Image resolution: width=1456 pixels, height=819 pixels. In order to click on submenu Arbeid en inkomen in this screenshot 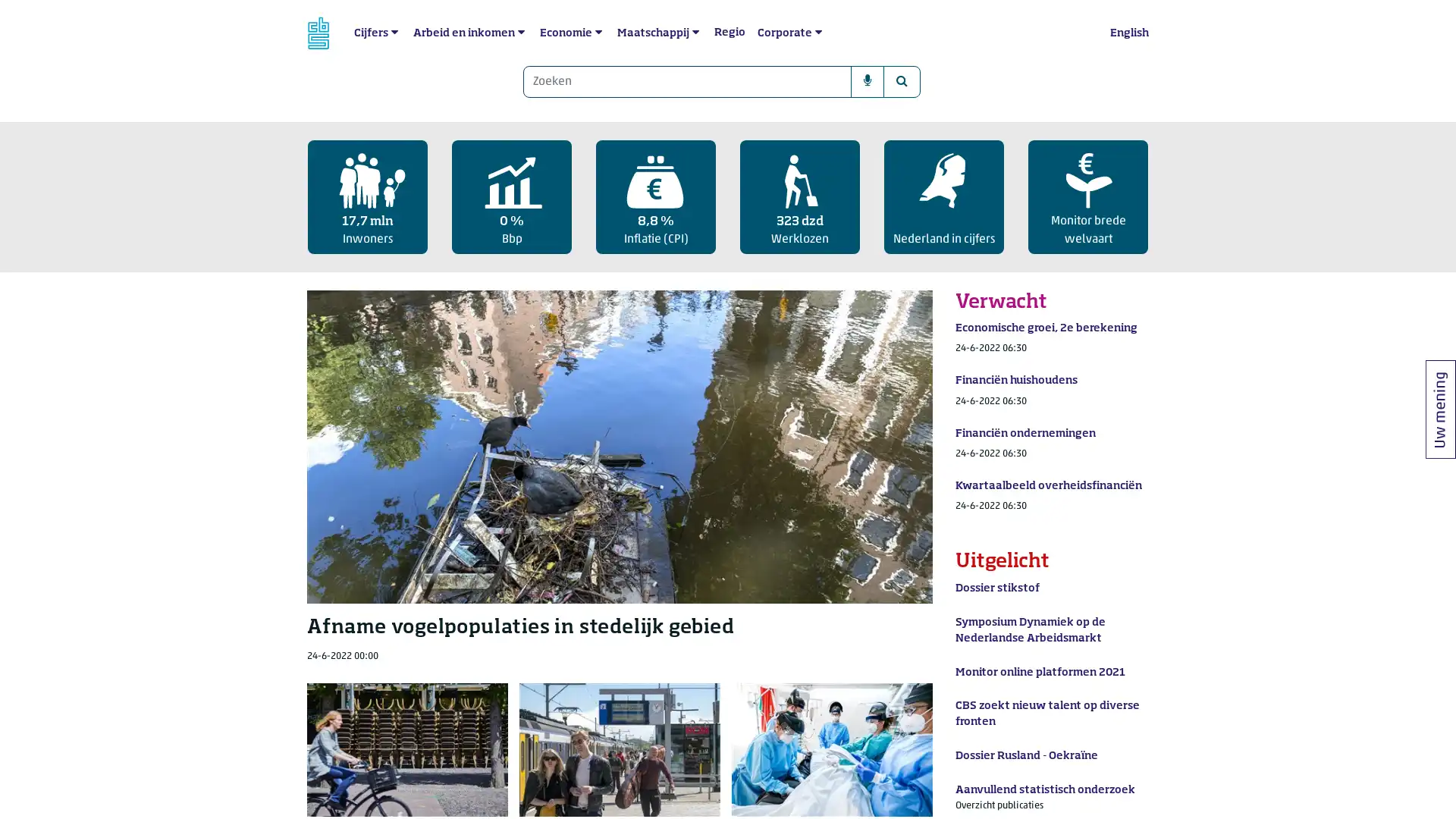, I will do `click(521, 32)`.